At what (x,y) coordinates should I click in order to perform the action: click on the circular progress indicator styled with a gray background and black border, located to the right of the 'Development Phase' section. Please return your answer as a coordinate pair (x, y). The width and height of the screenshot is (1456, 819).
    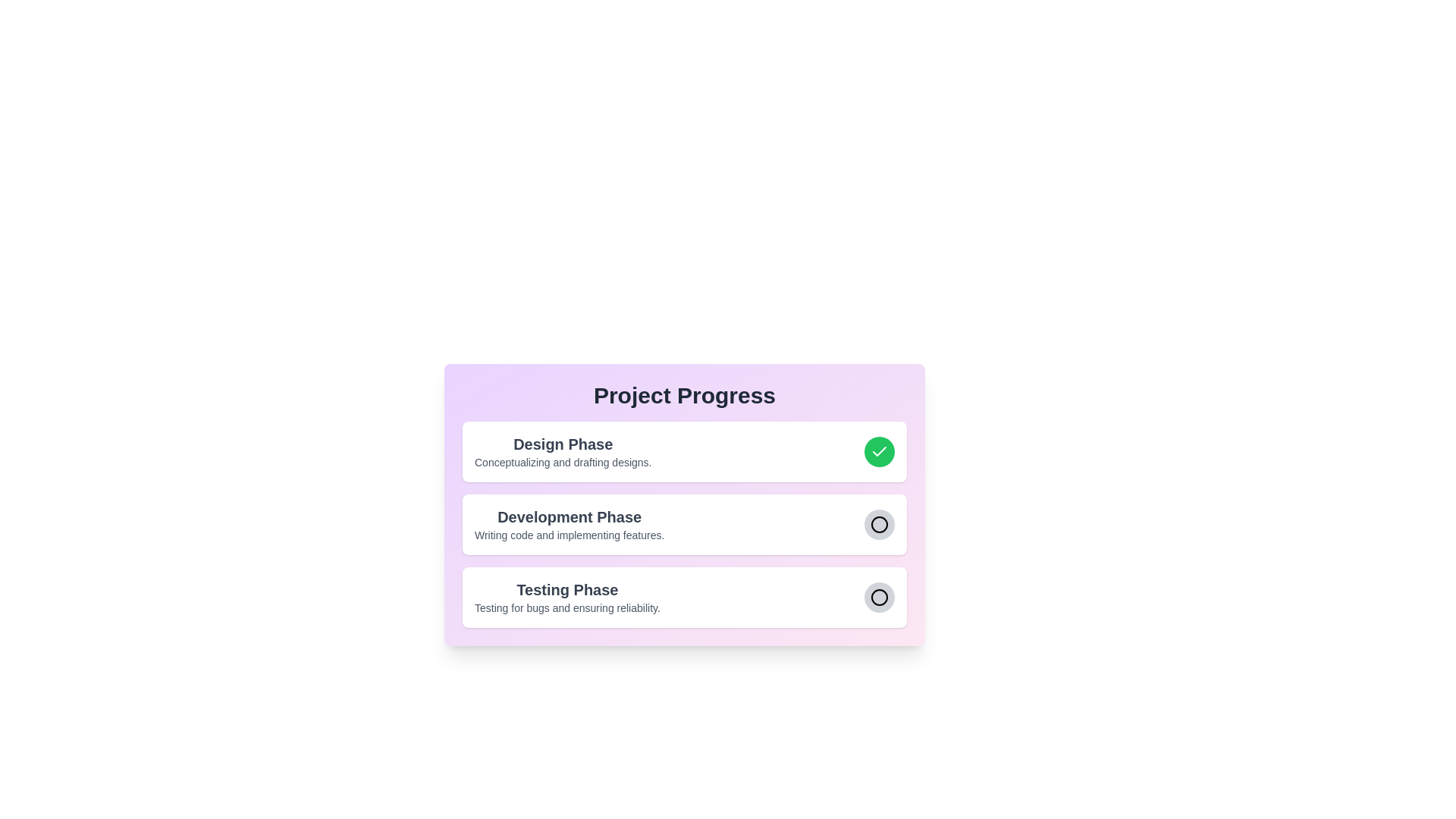
    Looking at the image, I should click on (874, 523).